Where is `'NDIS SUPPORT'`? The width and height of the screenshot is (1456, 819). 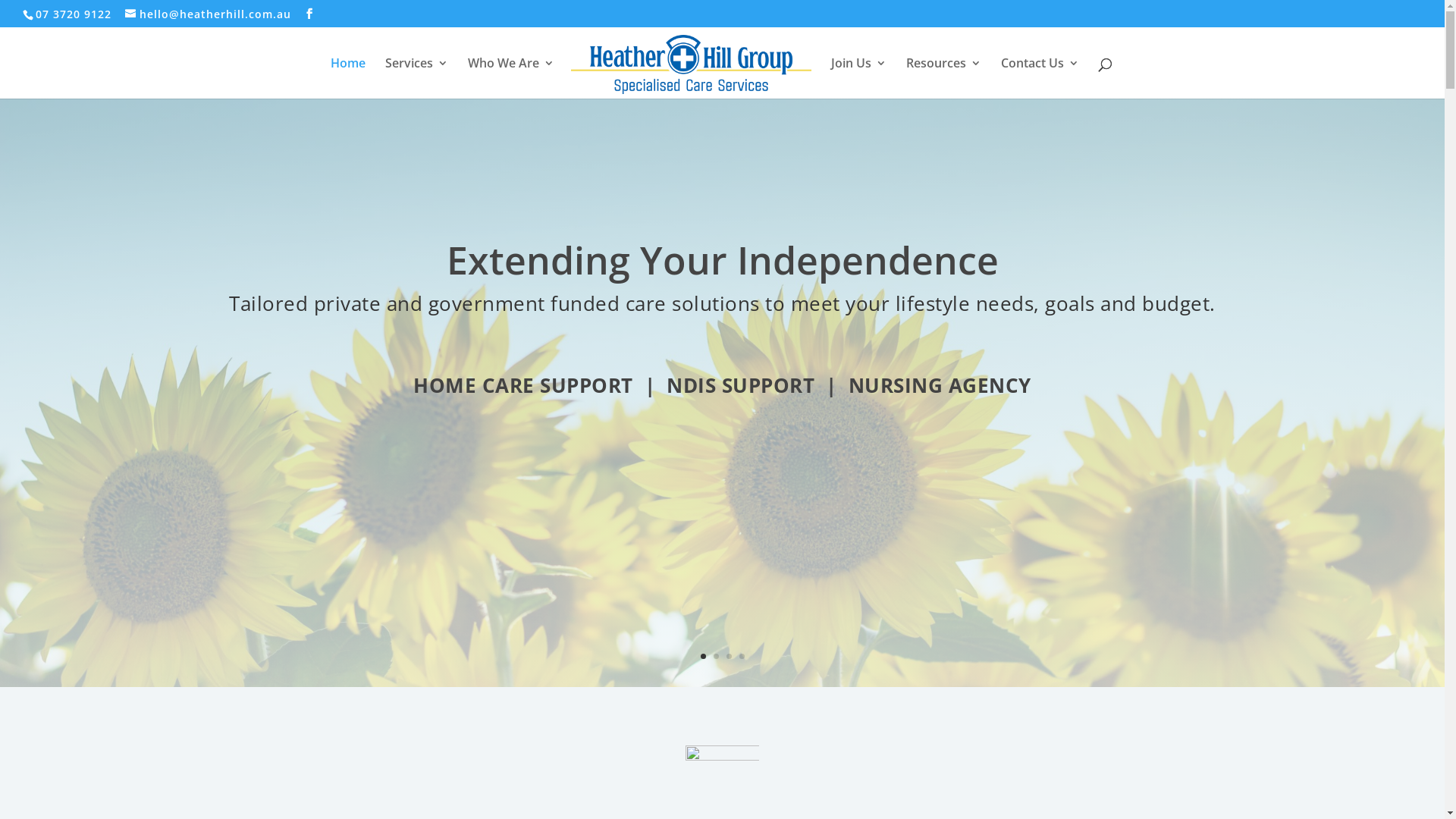
'NDIS SUPPORT' is located at coordinates (740, 384).